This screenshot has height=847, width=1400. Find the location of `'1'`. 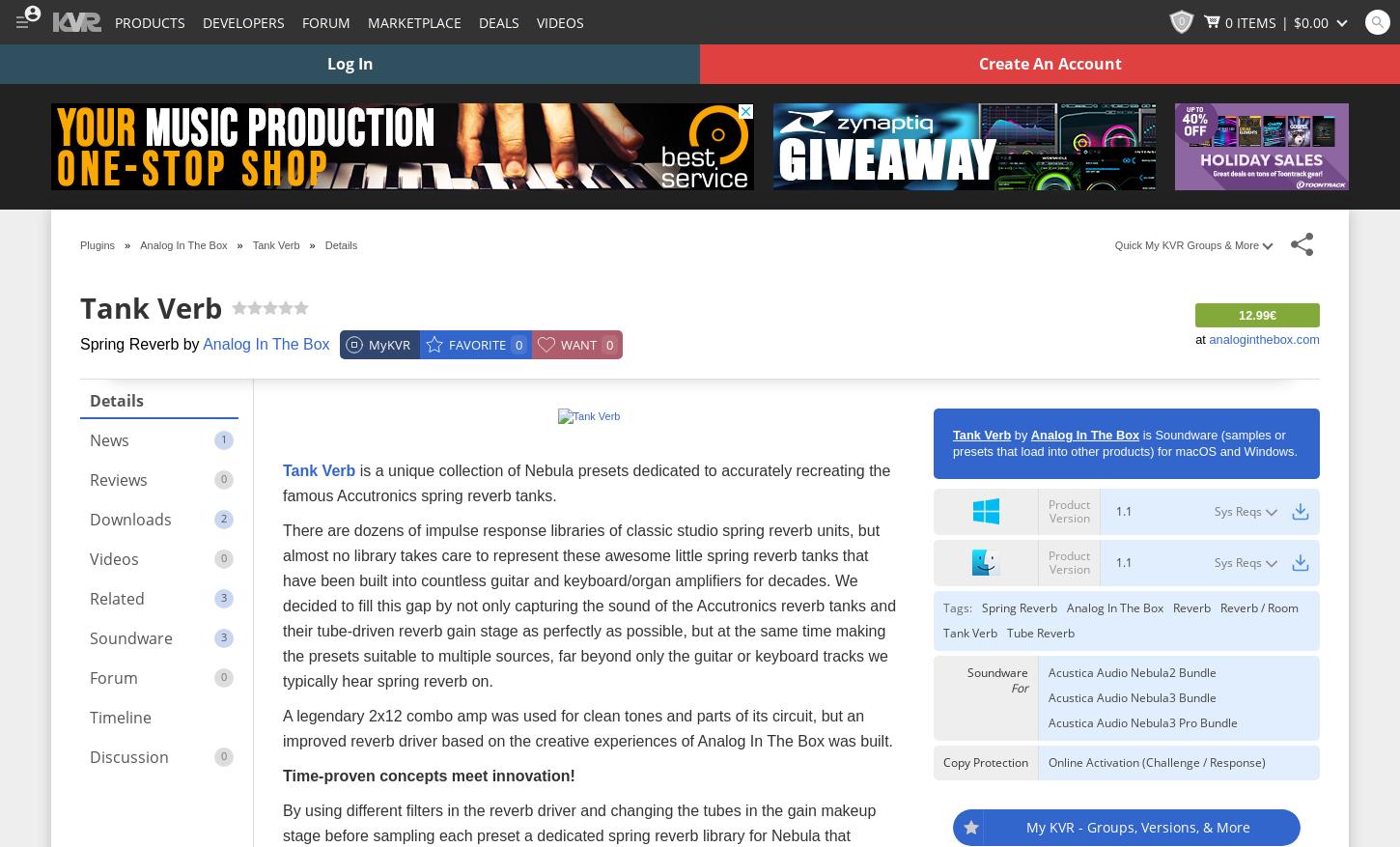

'1' is located at coordinates (222, 438).